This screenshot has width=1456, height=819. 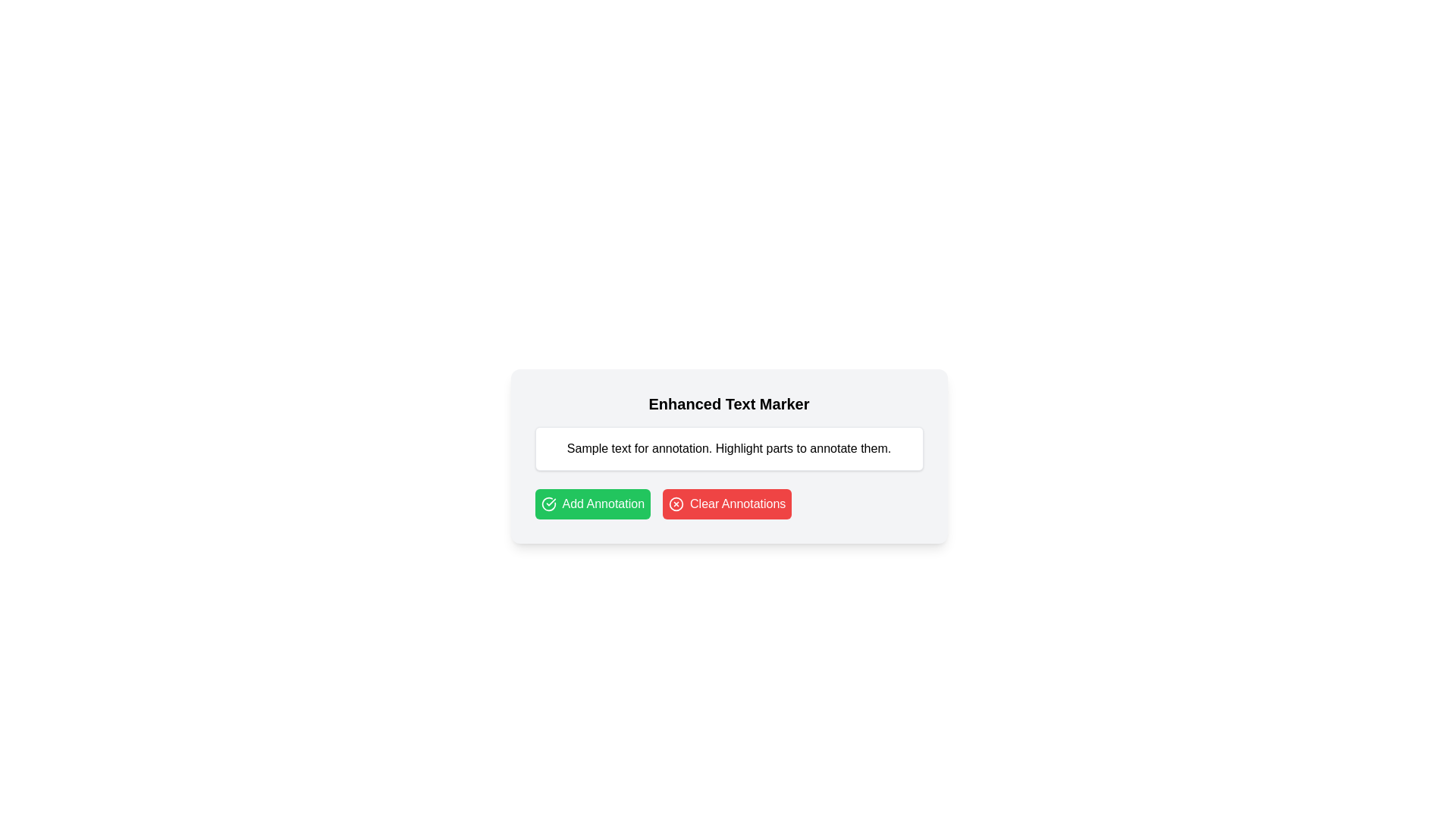 I want to click on the letter 't', so click(x=785, y=447).